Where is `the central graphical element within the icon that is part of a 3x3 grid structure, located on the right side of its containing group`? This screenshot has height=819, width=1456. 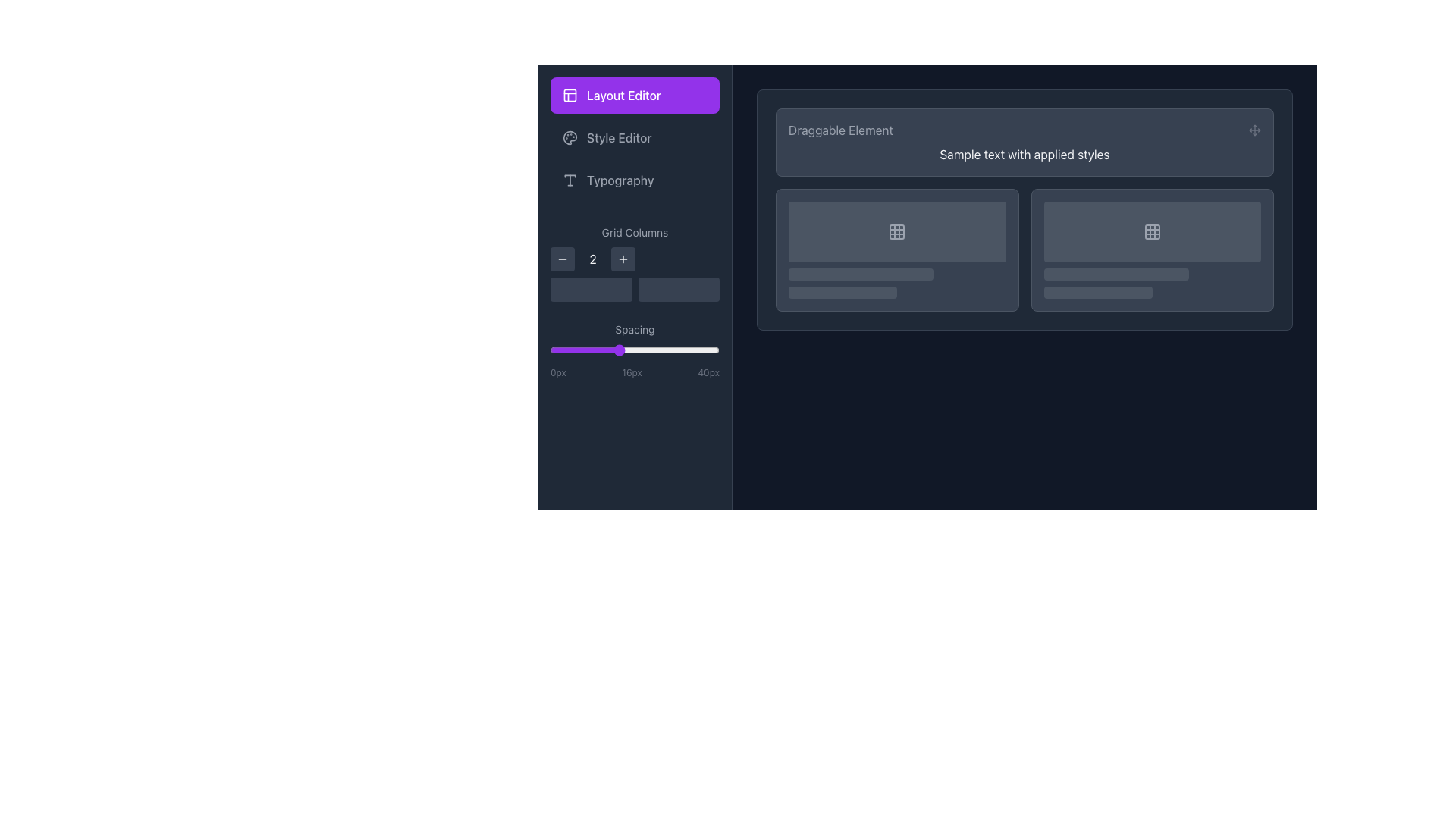
the central graphical element within the icon that is part of a 3x3 grid structure, located on the right side of its containing group is located at coordinates (1152, 231).